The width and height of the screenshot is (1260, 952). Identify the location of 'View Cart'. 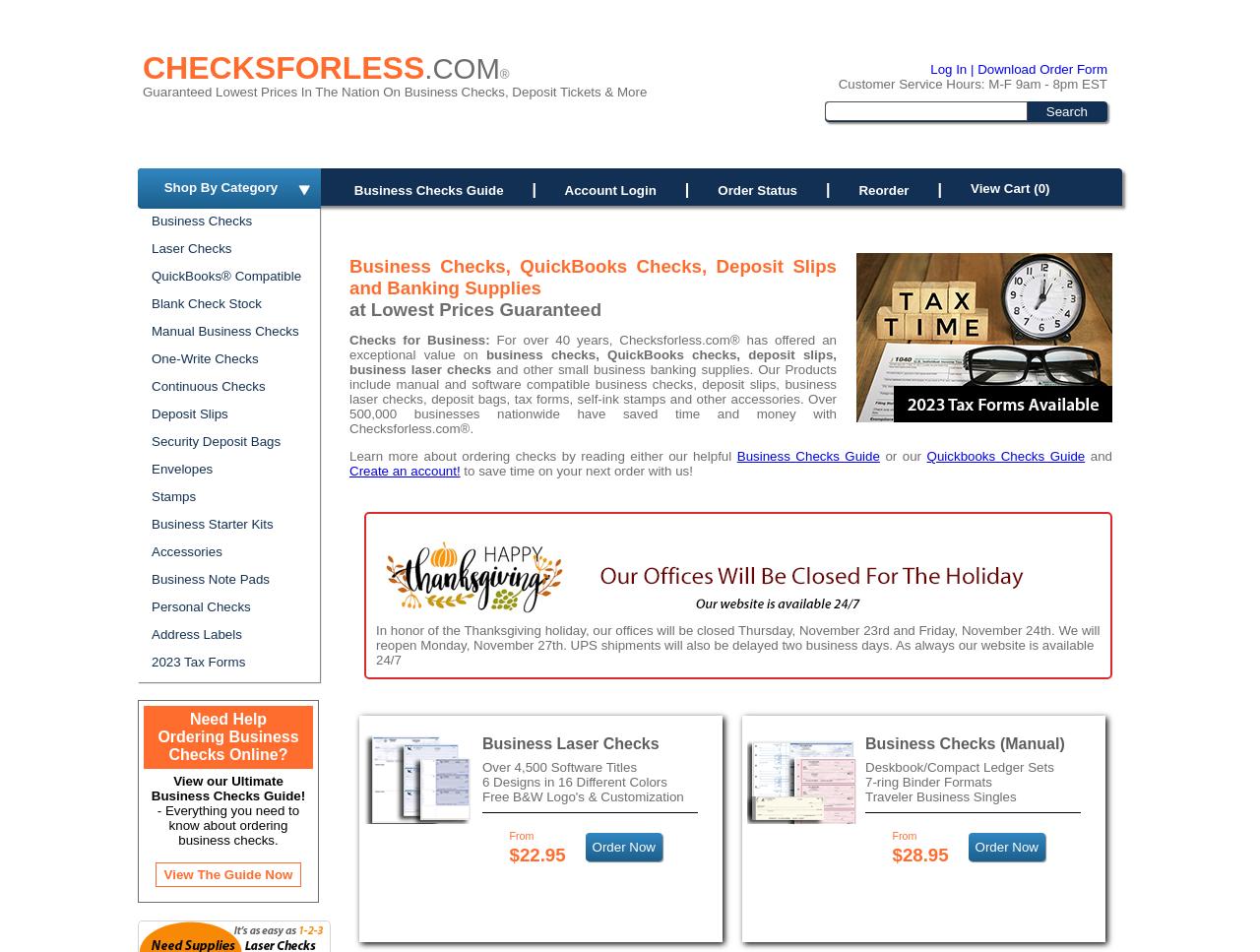
(1001, 187).